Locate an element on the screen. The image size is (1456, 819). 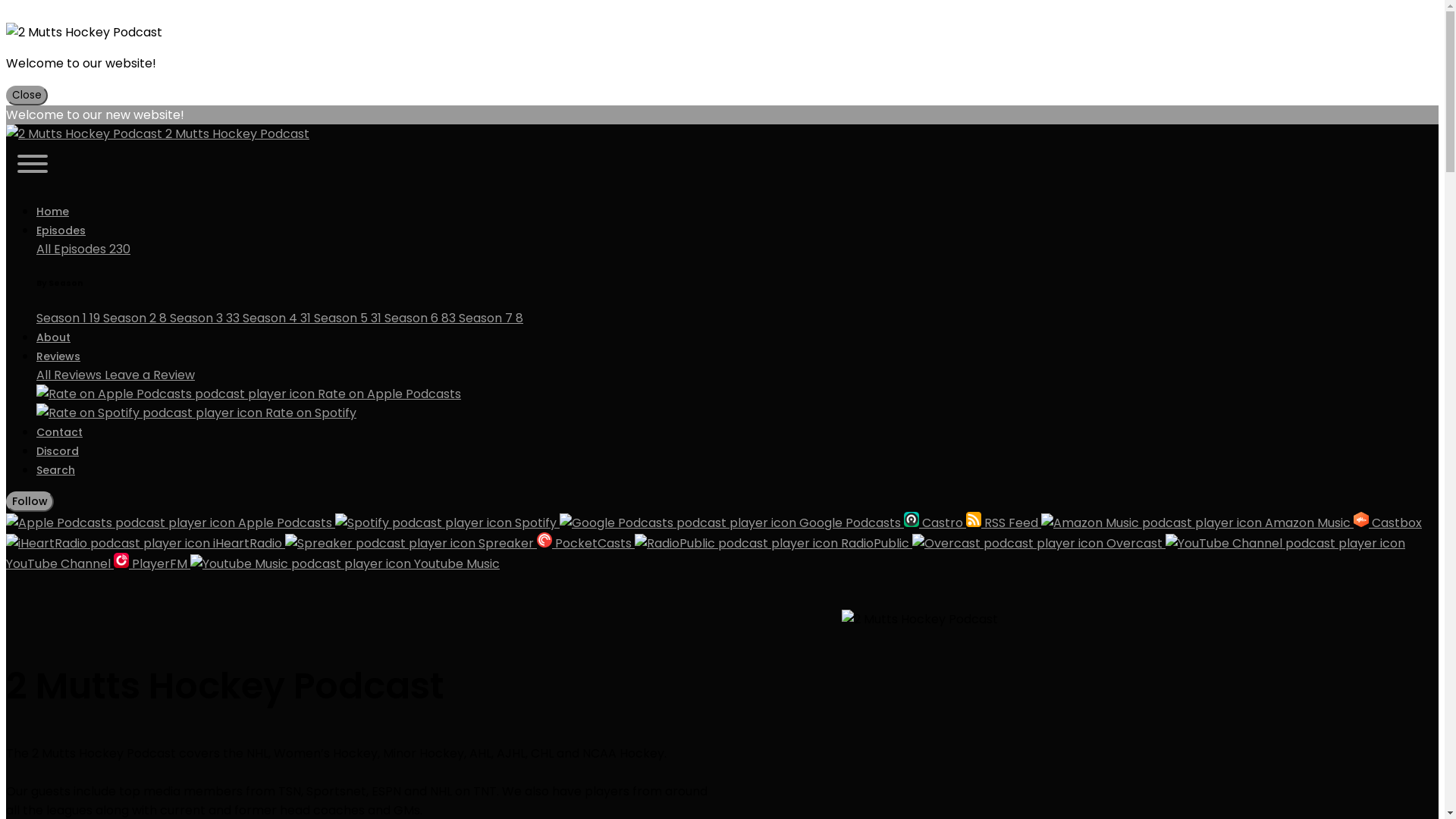
'Season 6 83' is located at coordinates (422, 317).